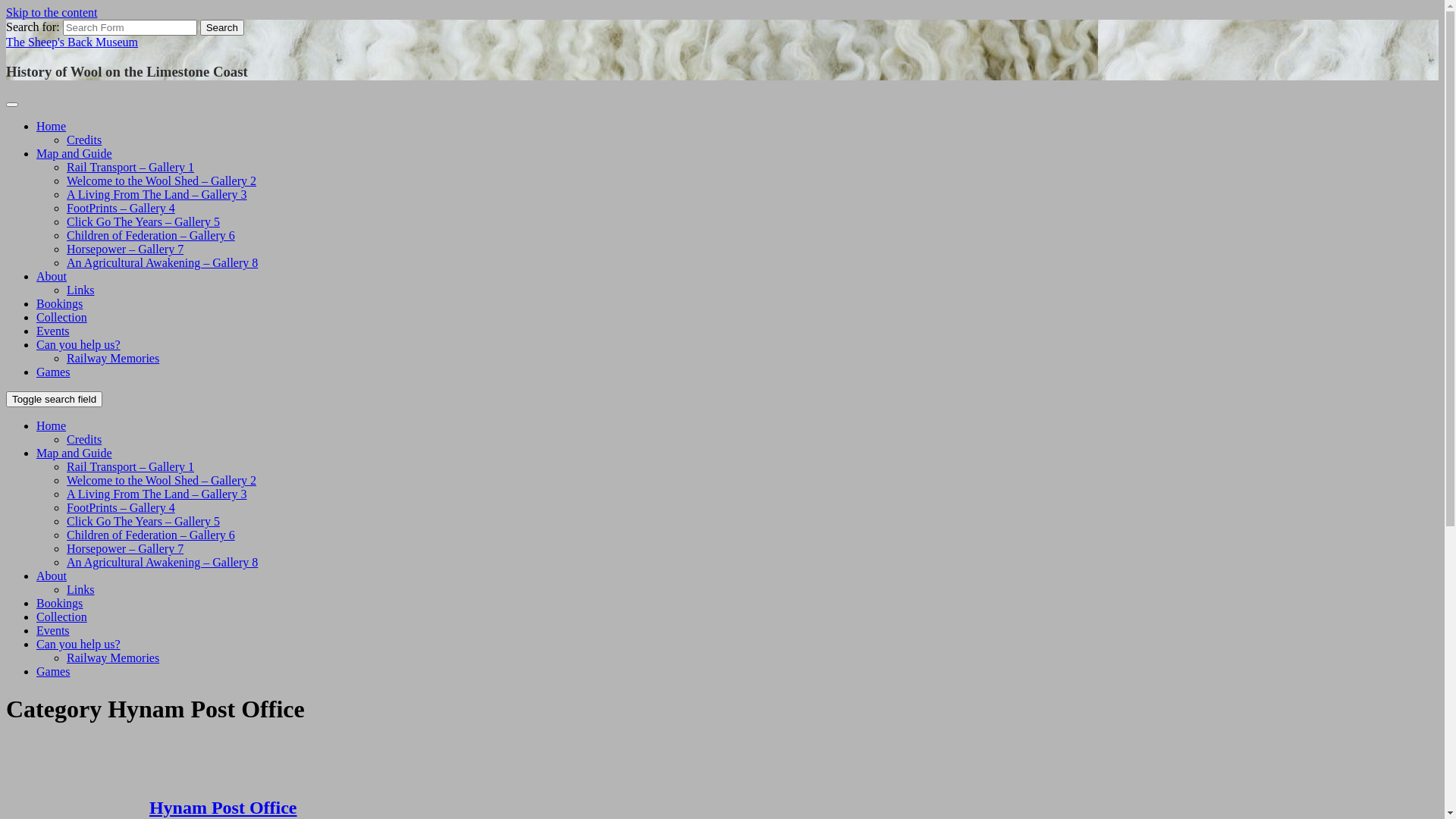 The width and height of the screenshot is (1456, 819). Describe the element at coordinates (83, 439) in the screenshot. I see `'Credits'` at that location.